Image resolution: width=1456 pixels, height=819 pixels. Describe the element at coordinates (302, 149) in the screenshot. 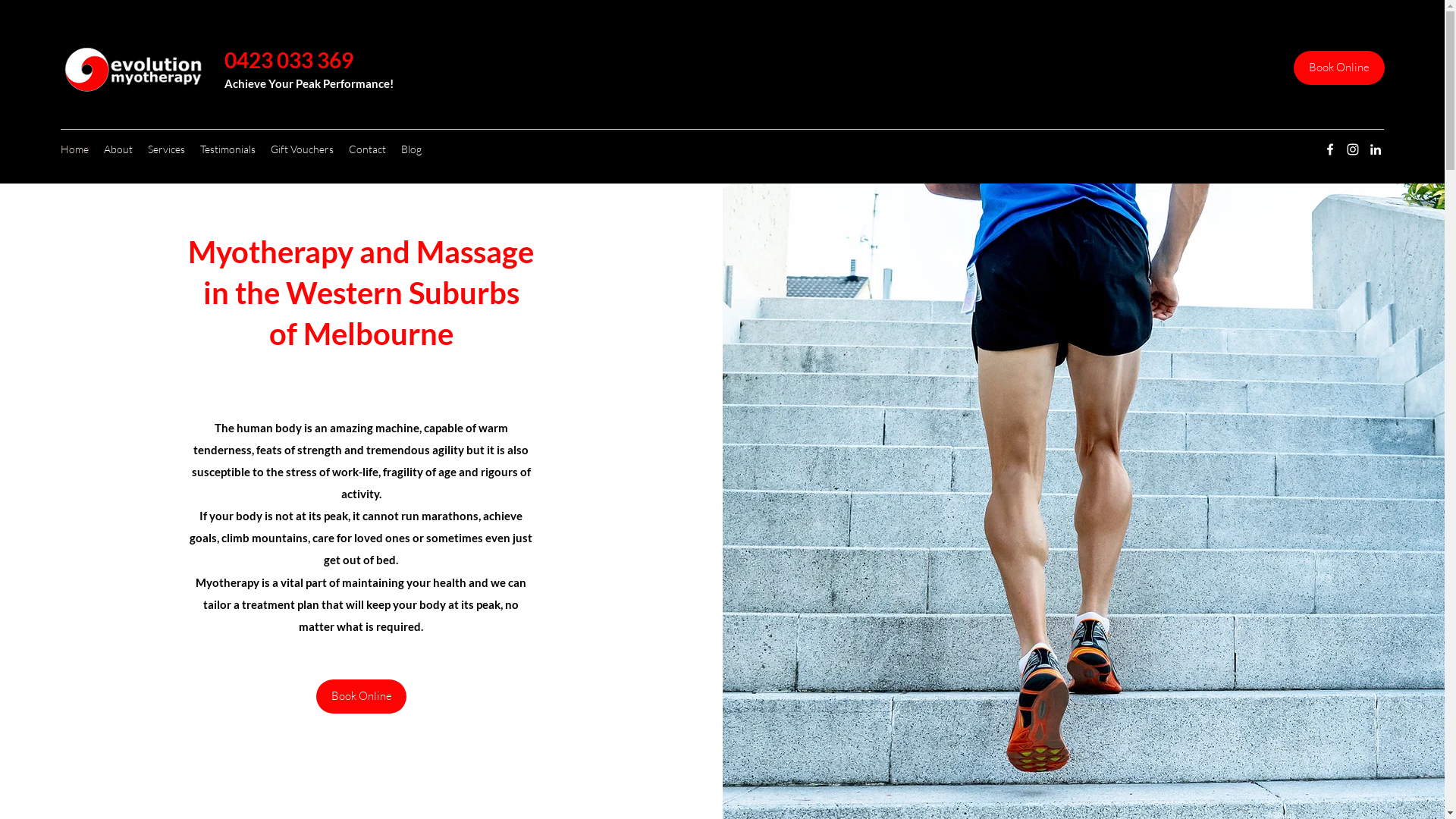

I see `'Gift Vouchers'` at that location.